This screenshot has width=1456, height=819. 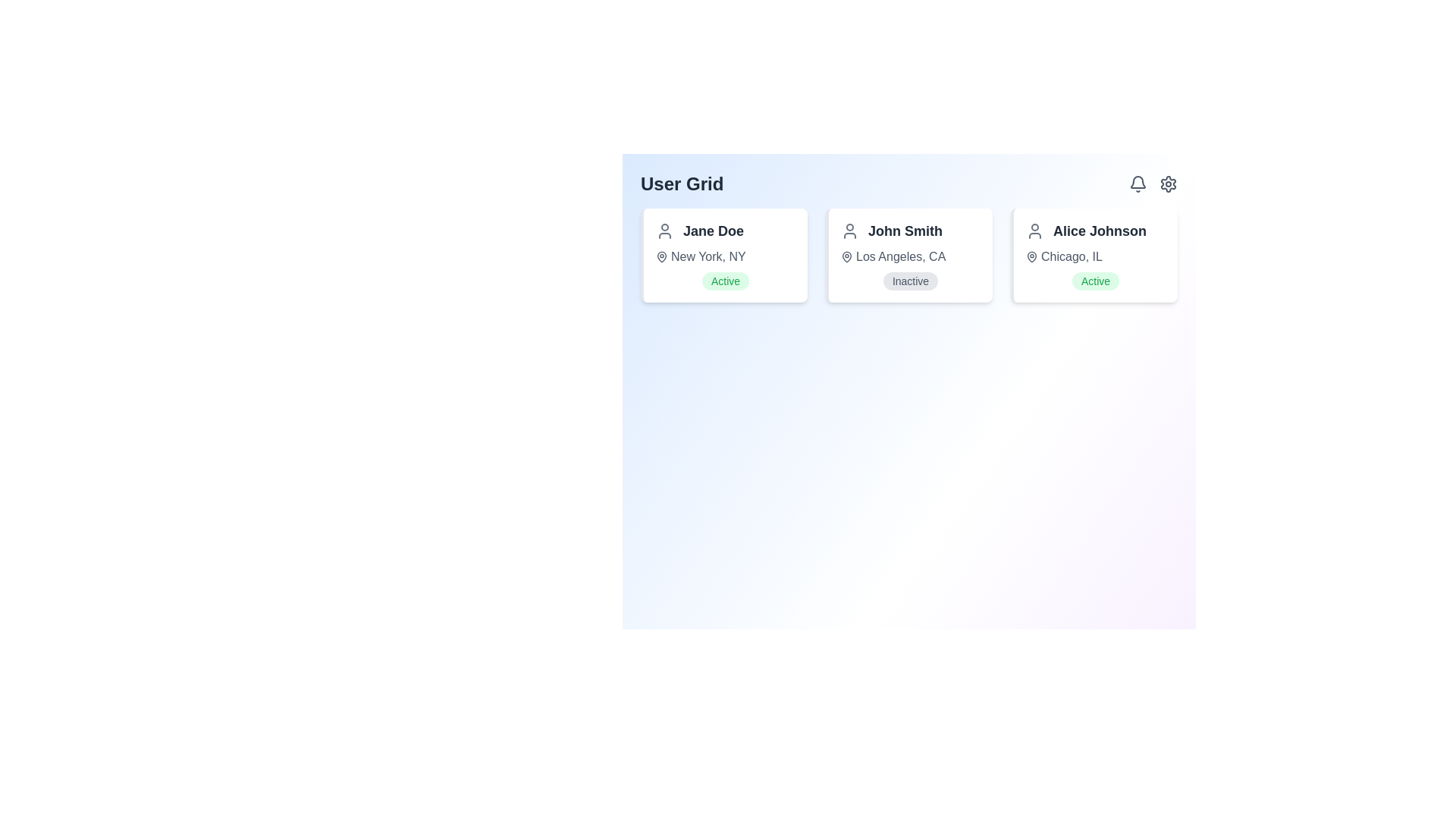 What do you see at coordinates (850, 231) in the screenshot?
I see `the user icon, which is a gray silhouette of a person, positioned to the left of the text 'John Smith' in the user identification card` at bounding box center [850, 231].